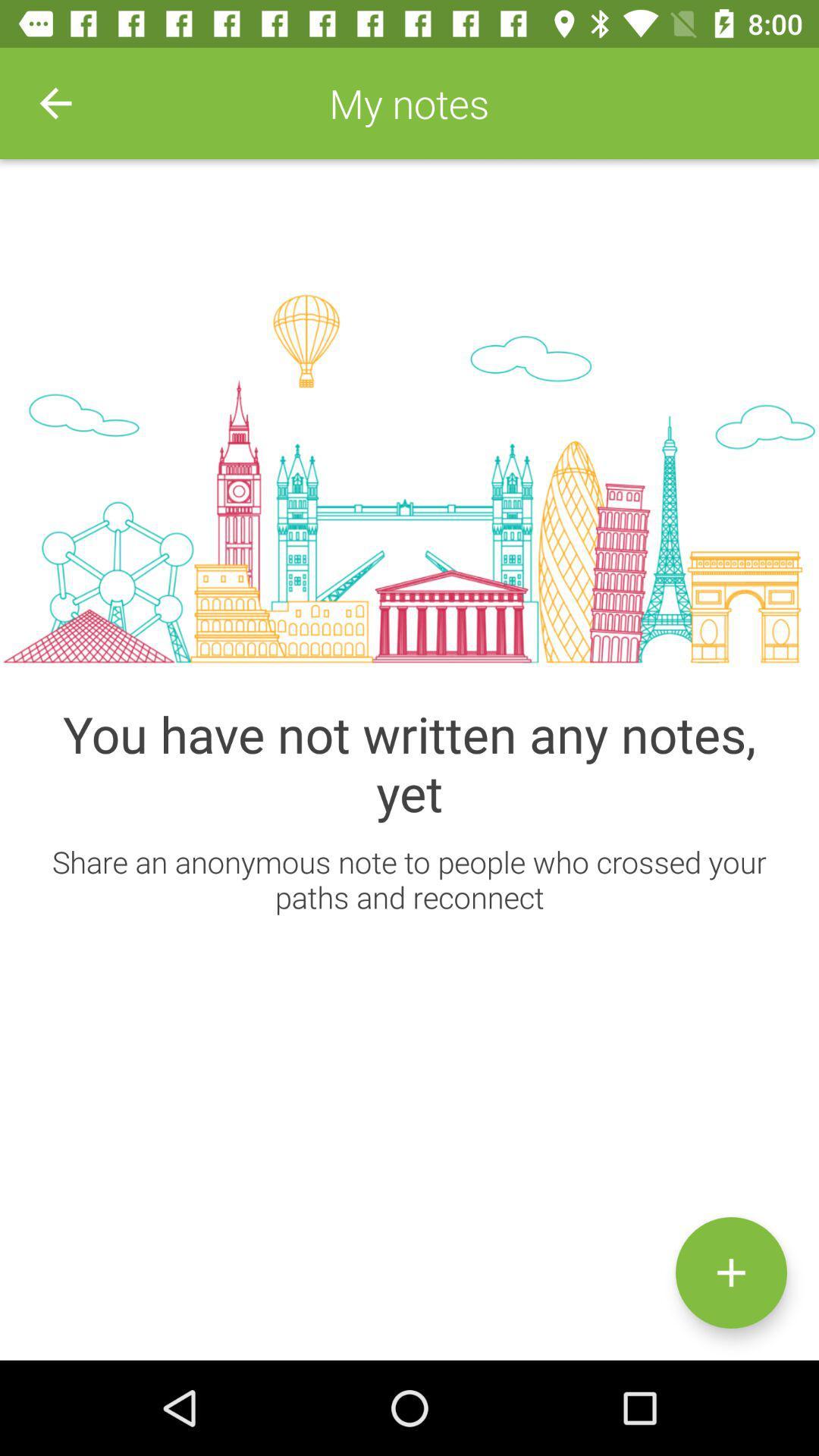 Image resolution: width=819 pixels, height=1456 pixels. Describe the element at coordinates (730, 1272) in the screenshot. I see `the icon below the share an anonymous` at that location.